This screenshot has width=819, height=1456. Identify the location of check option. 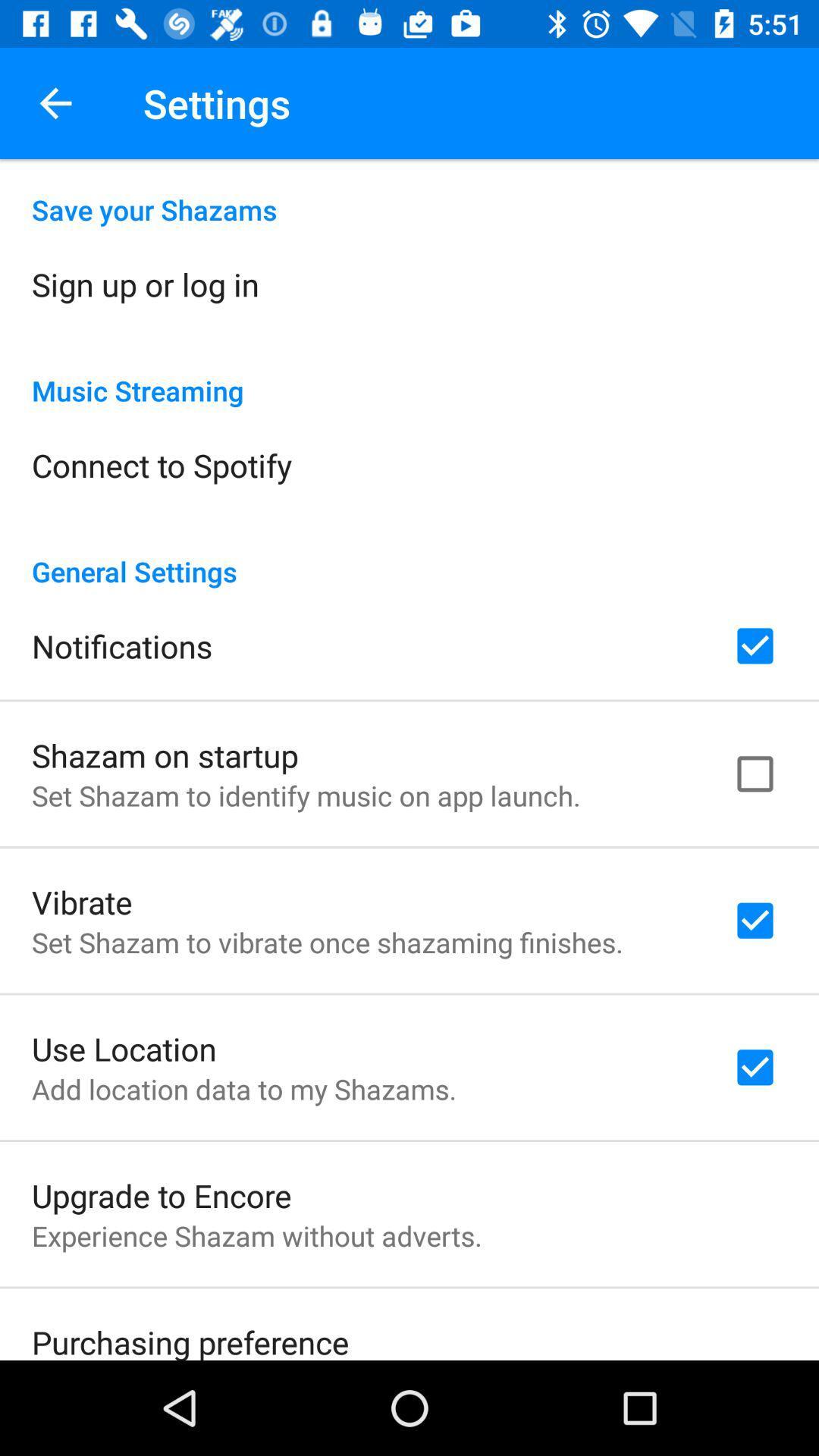
(755, 645).